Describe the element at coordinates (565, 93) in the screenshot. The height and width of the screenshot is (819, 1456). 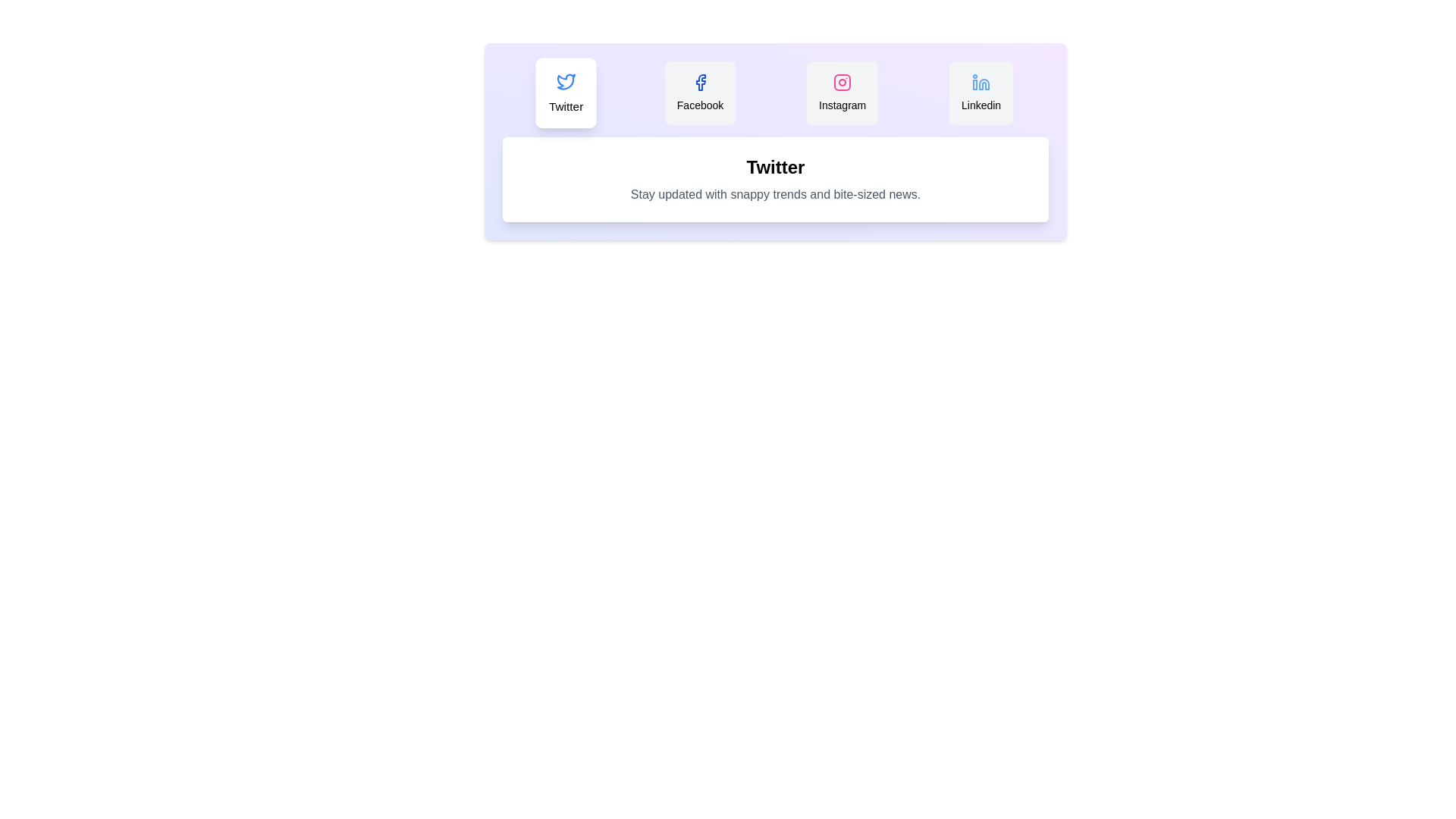
I see `the Twitter tab by clicking on its respective button` at that location.